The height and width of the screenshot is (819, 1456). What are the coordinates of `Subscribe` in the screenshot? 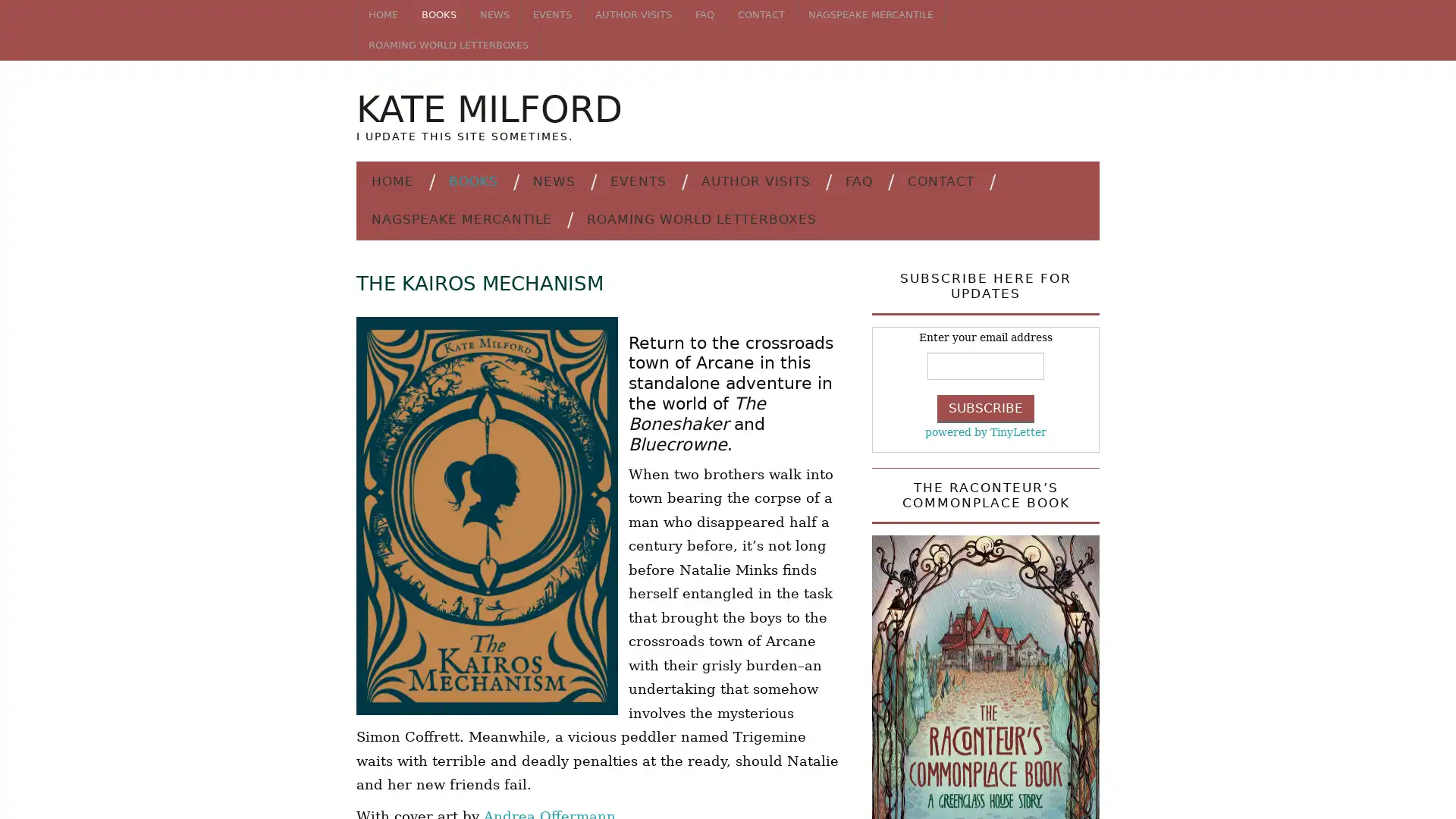 It's located at (986, 407).